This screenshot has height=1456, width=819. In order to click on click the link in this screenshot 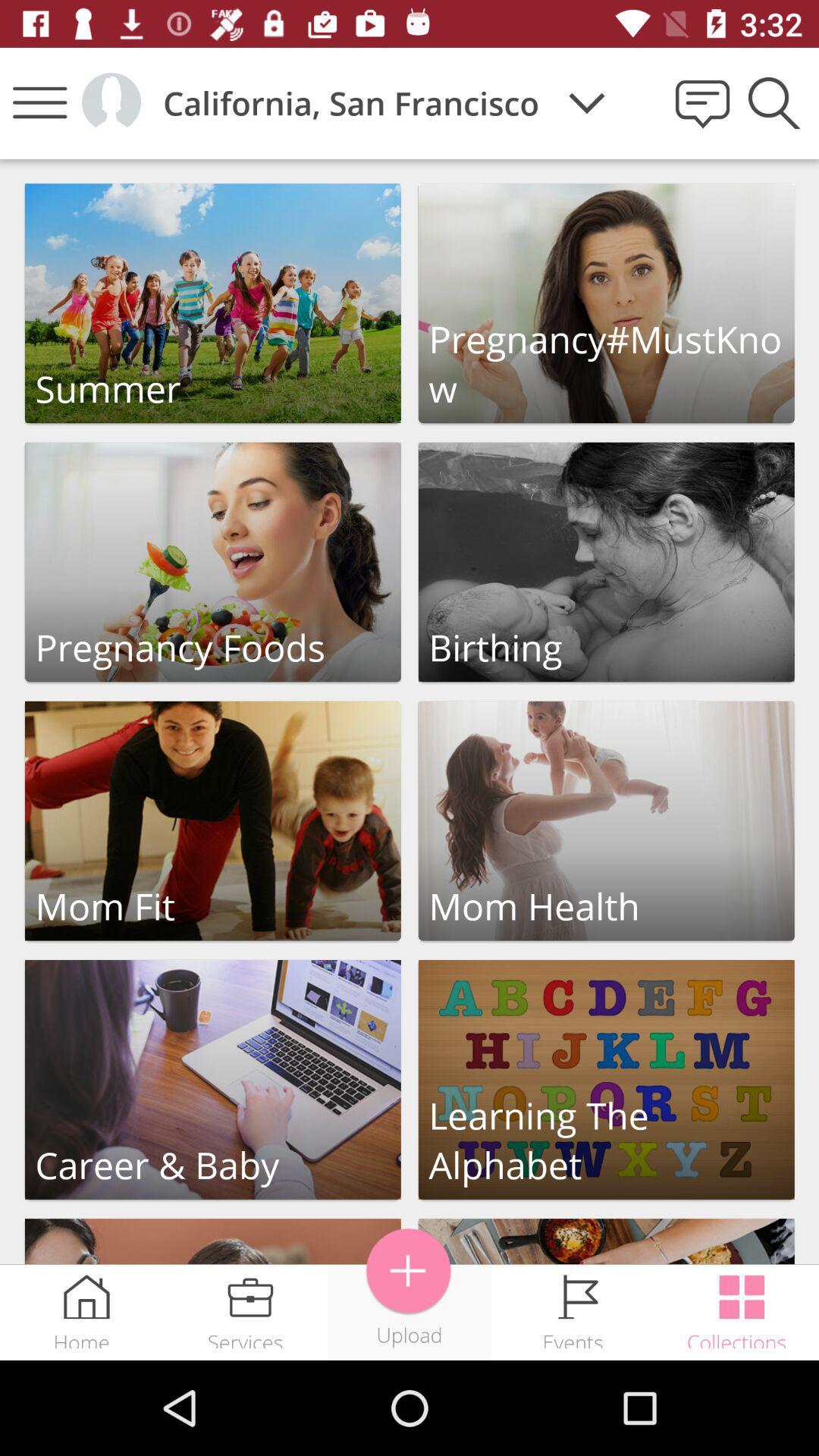, I will do `click(212, 820)`.